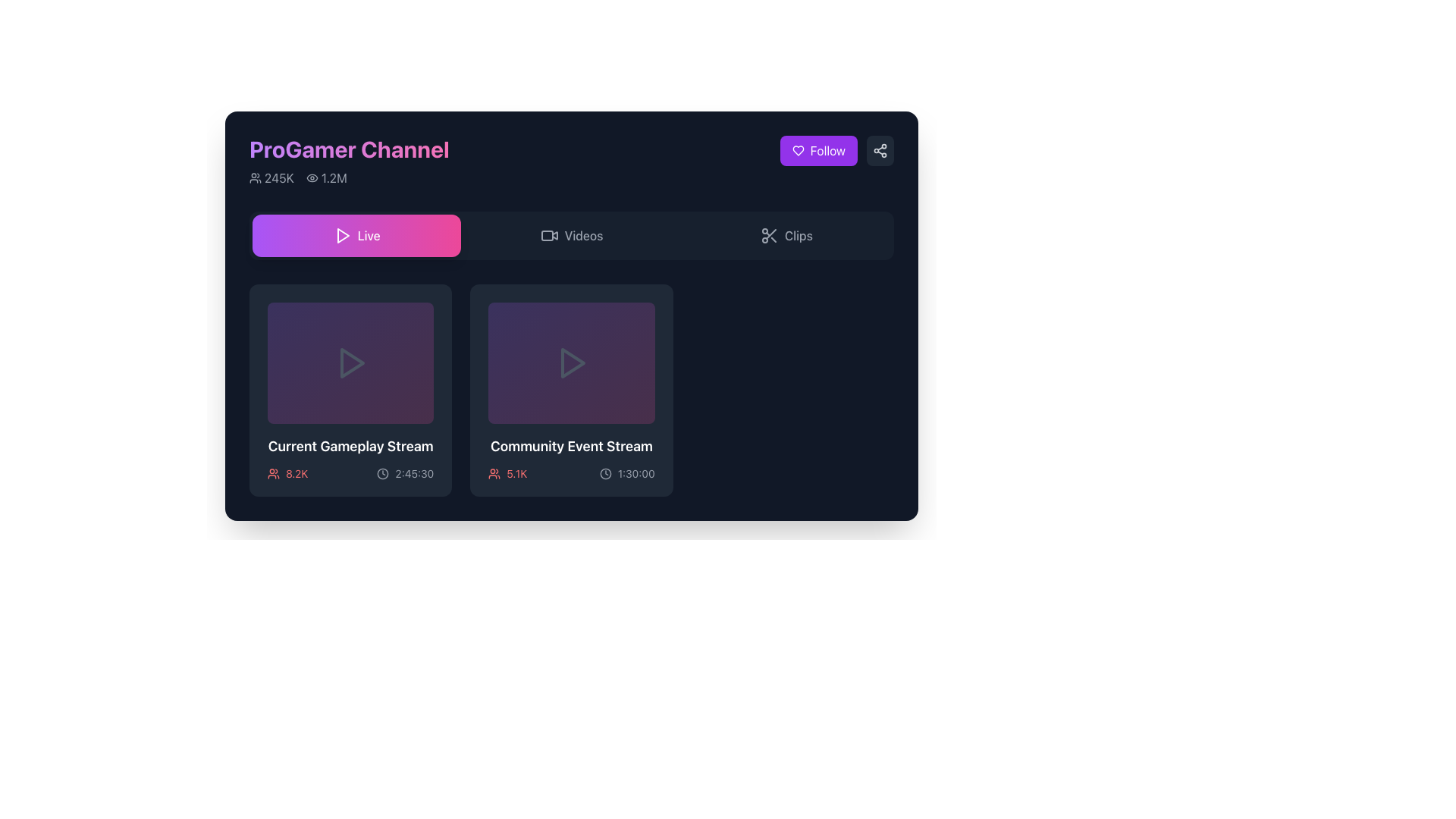 The width and height of the screenshot is (1456, 819). I want to click on the play icon located in the thumbnail of the video titled 'Current Gameplay Stream' to initiate video playback, so click(350, 362).